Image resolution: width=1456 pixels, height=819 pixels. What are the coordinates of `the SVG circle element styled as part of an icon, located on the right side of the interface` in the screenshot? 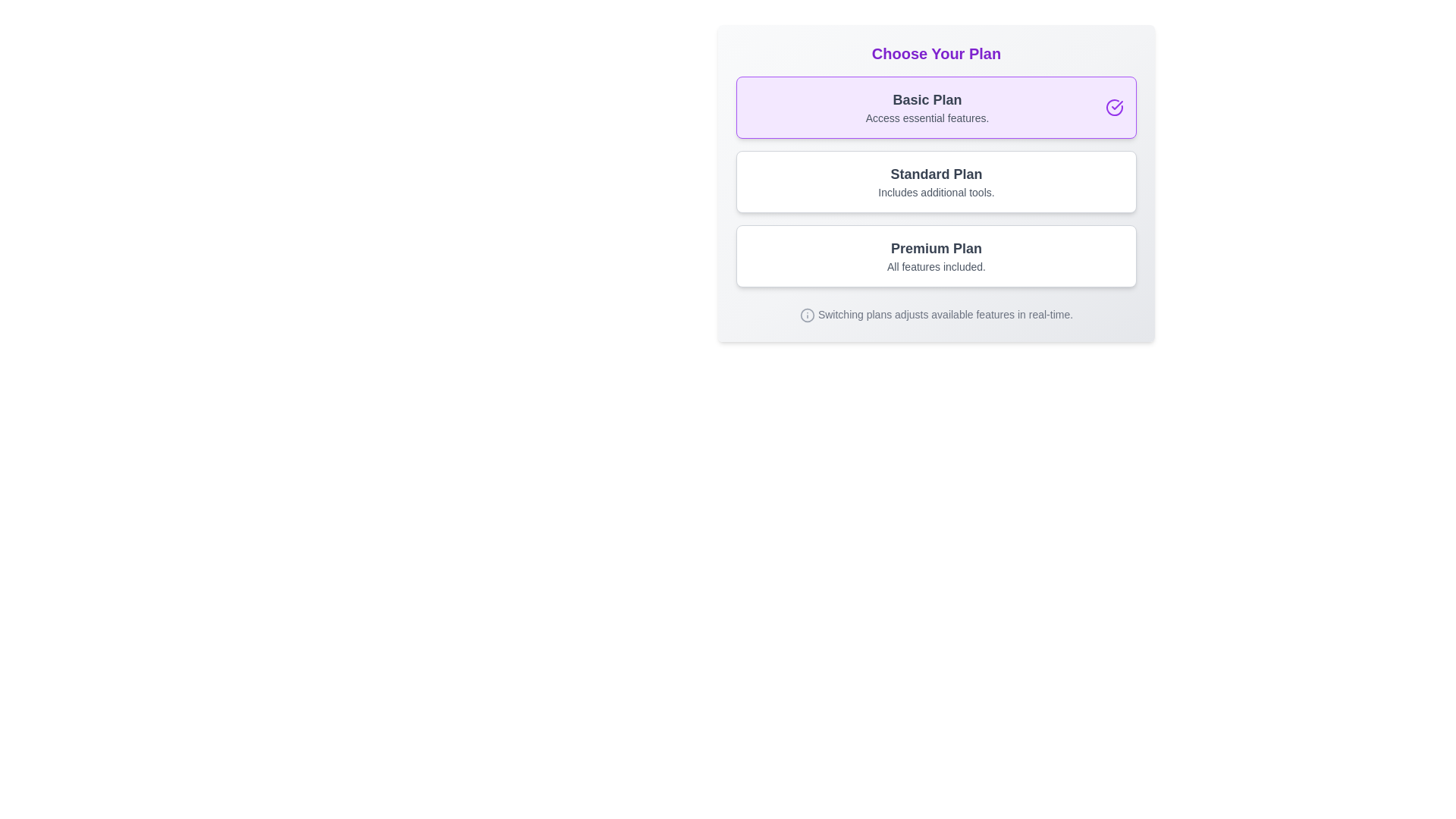 It's located at (806, 314).